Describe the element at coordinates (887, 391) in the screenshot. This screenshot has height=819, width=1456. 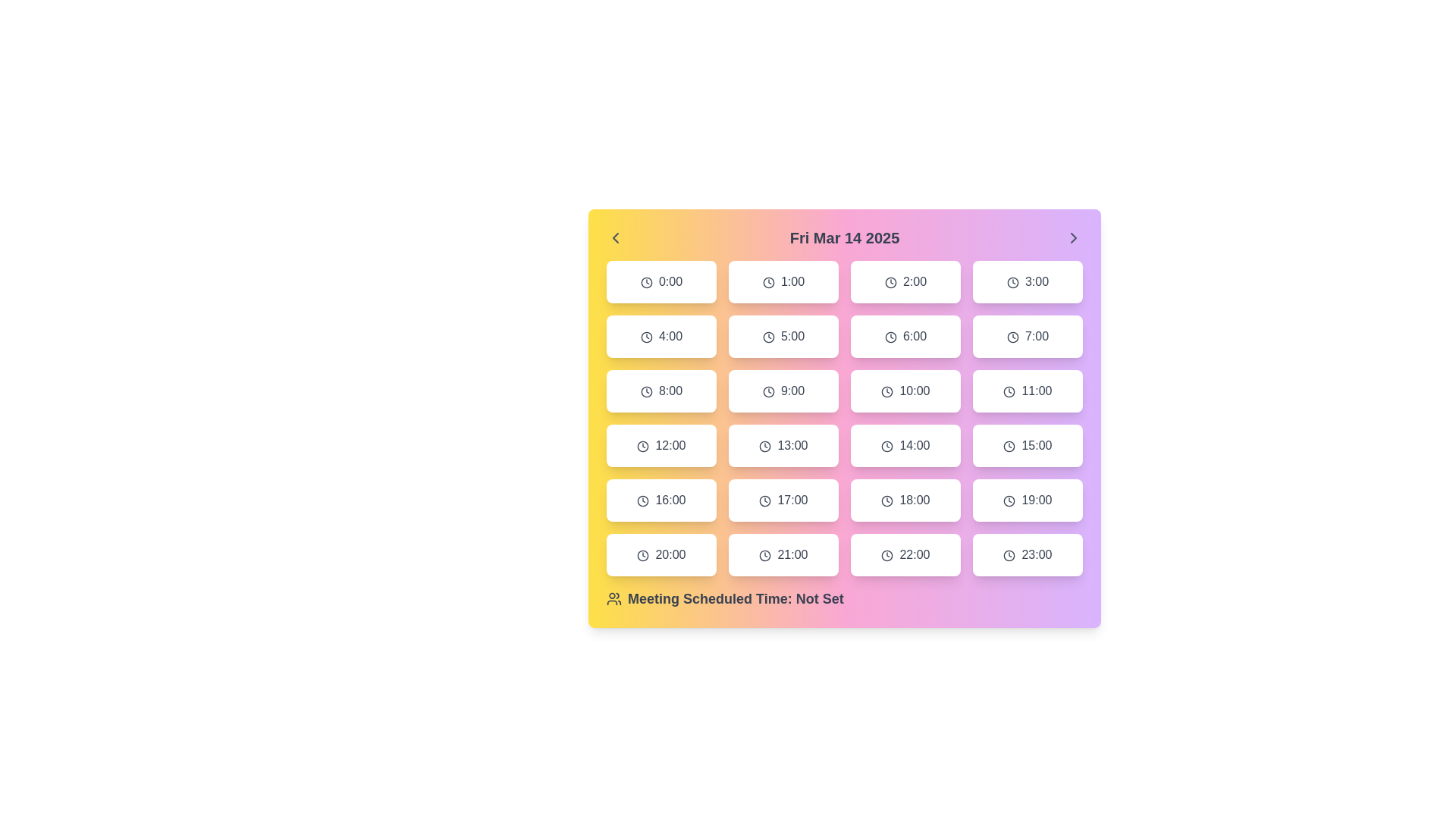
I see `the time icon located inside the button labeled '10:00' in the third row, fourth column of the grid display` at that location.